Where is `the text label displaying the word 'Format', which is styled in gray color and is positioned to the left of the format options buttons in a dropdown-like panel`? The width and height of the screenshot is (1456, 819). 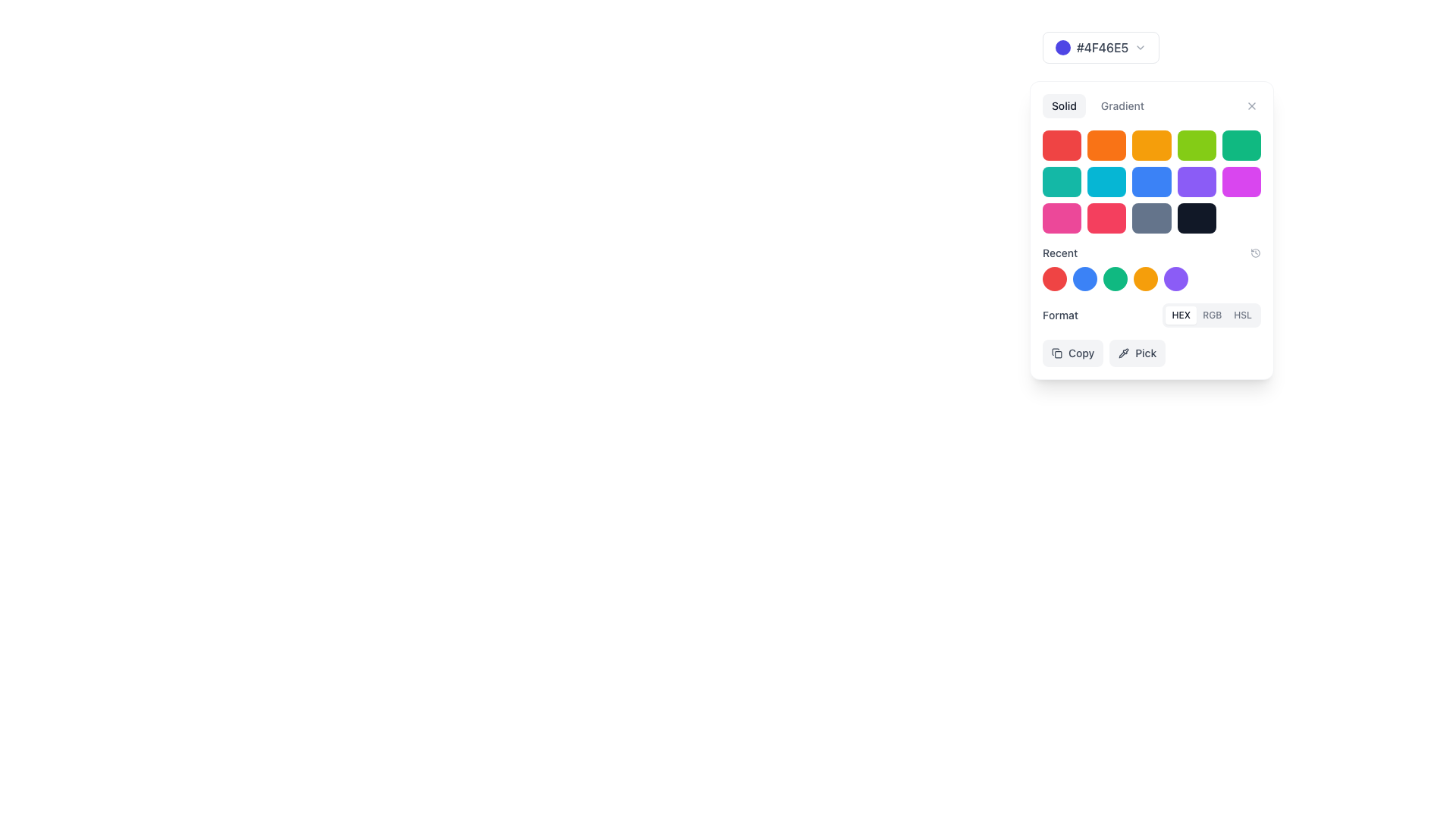 the text label displaying the word 'Format', which is styled in gray color and is positioned to the left of the format options buttons in a dropdown-like panel is located at coordinates (1059, 315).